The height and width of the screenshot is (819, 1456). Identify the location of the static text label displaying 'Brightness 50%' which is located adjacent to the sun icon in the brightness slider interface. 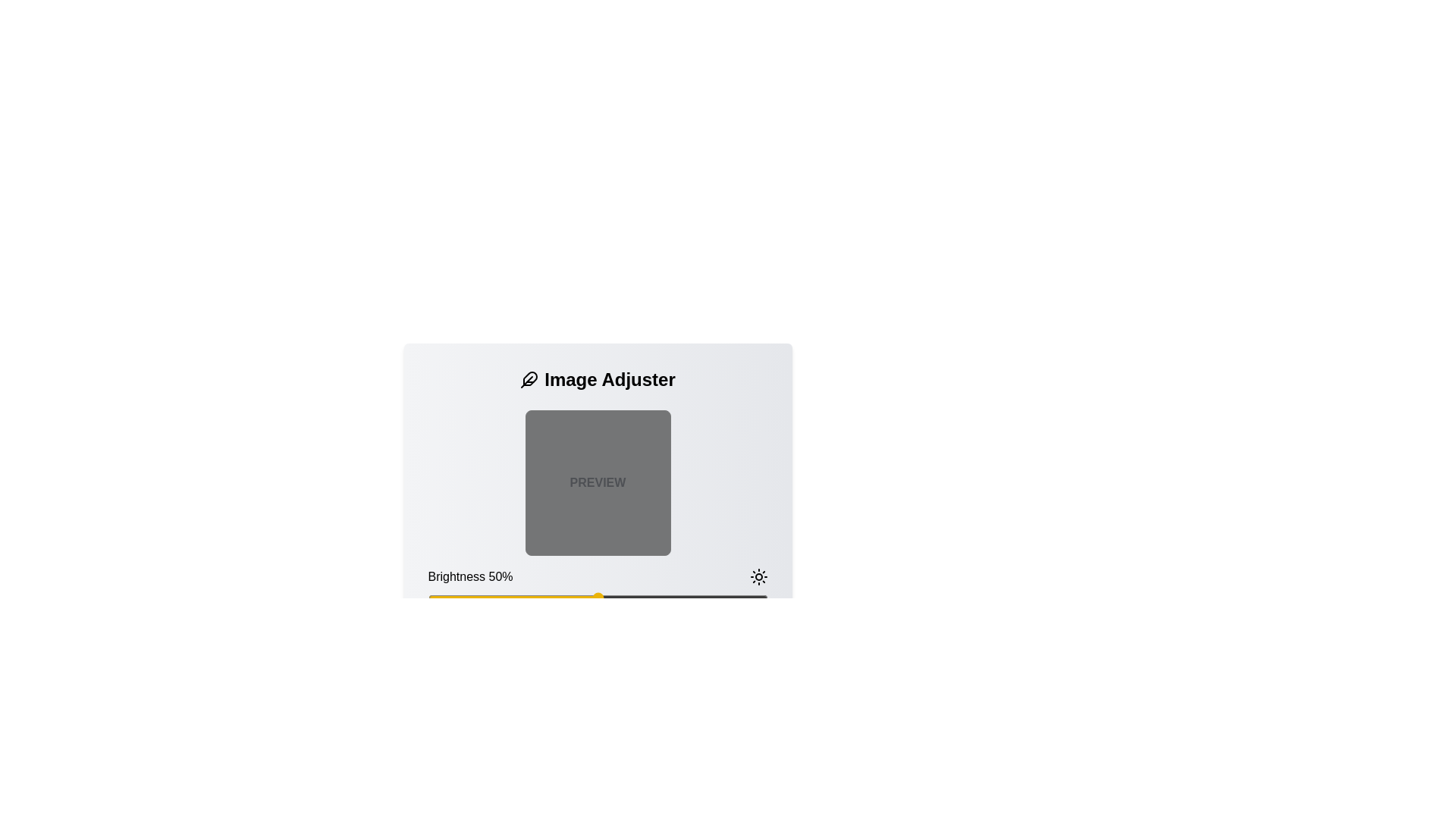
(597, 588).